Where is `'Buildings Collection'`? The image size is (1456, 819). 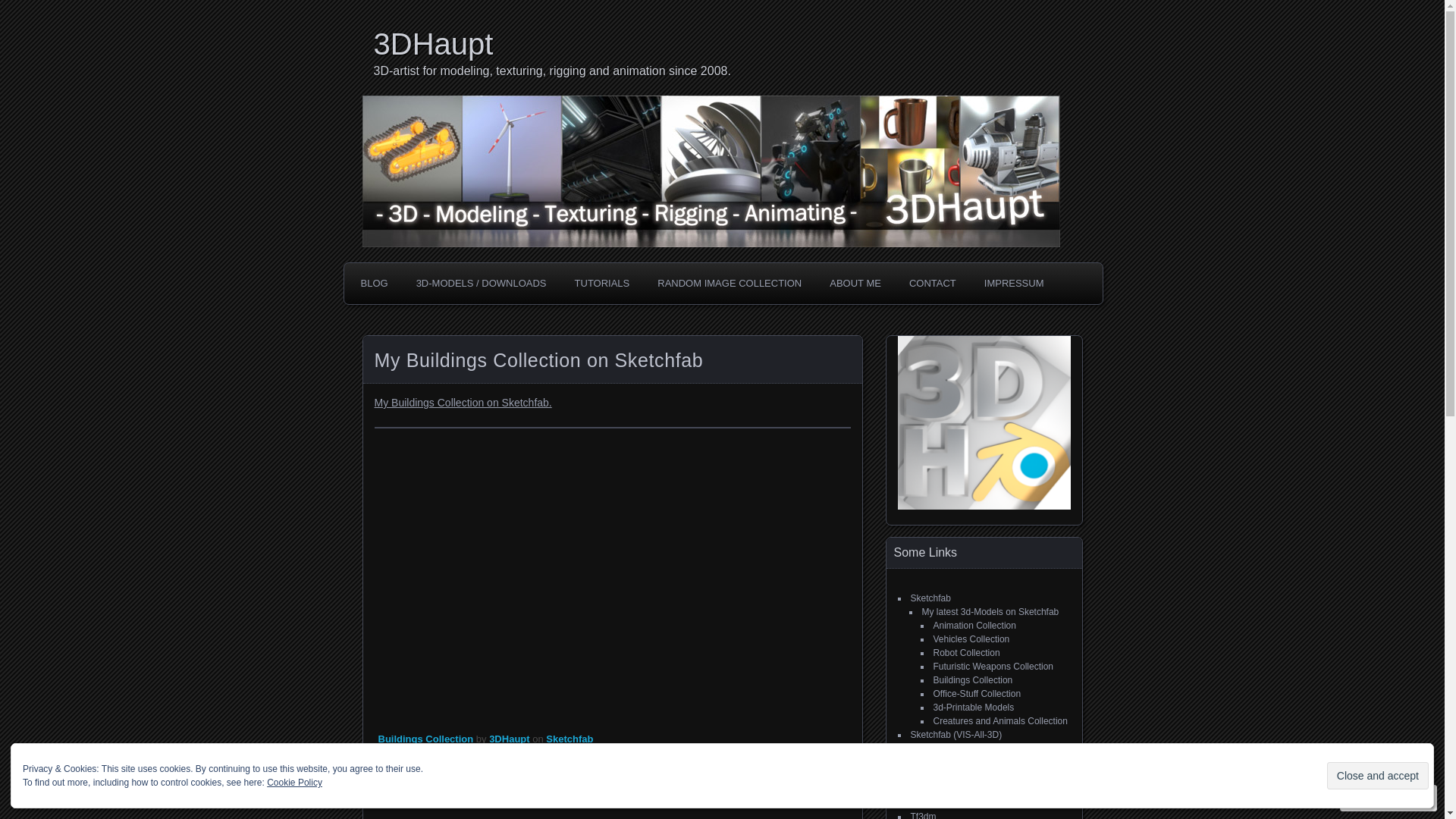 'Buildings Collection' is located at coordinates (425, 738).